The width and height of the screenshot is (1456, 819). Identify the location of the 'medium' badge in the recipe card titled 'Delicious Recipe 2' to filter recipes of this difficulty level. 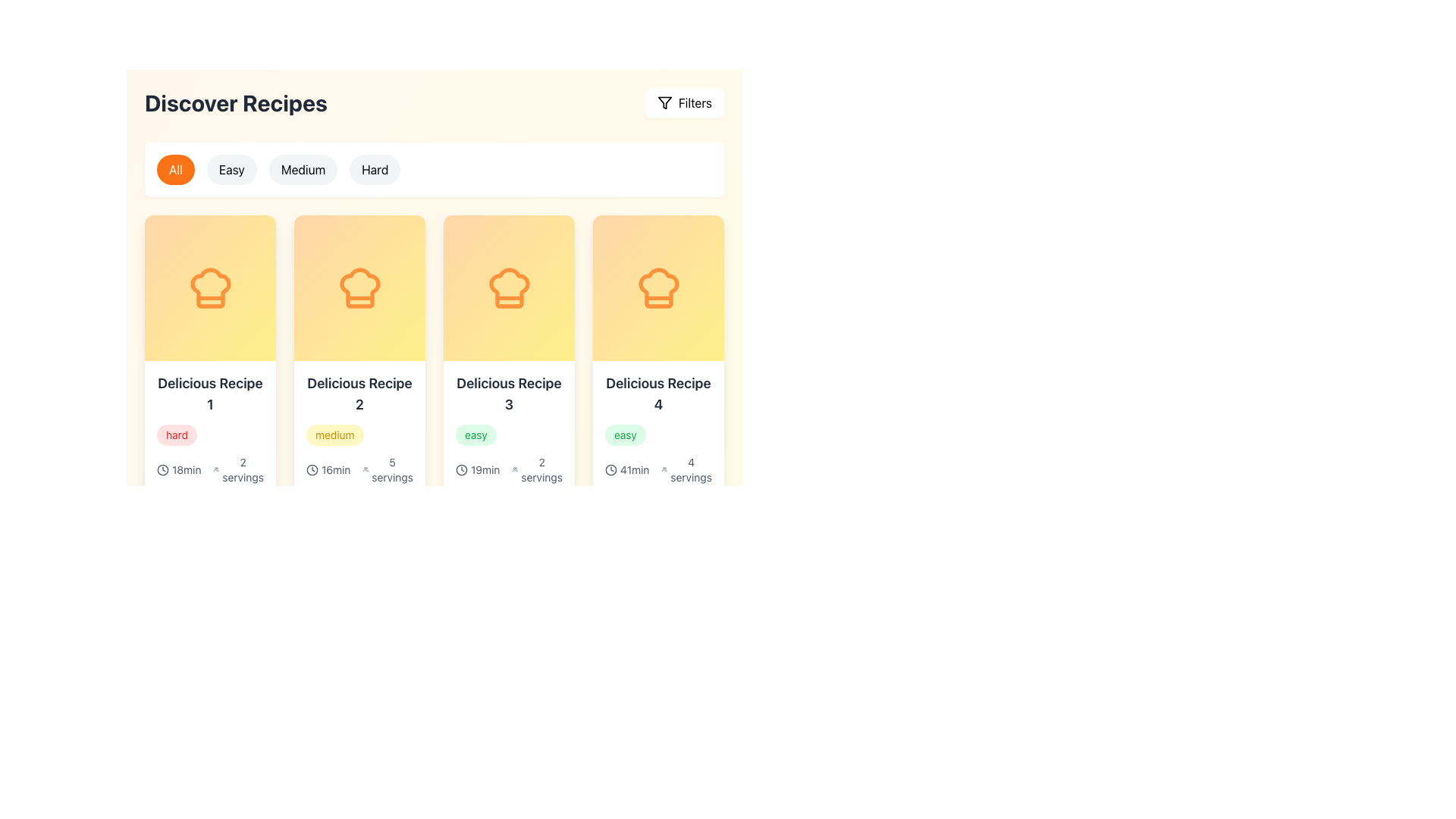
(359, 447).